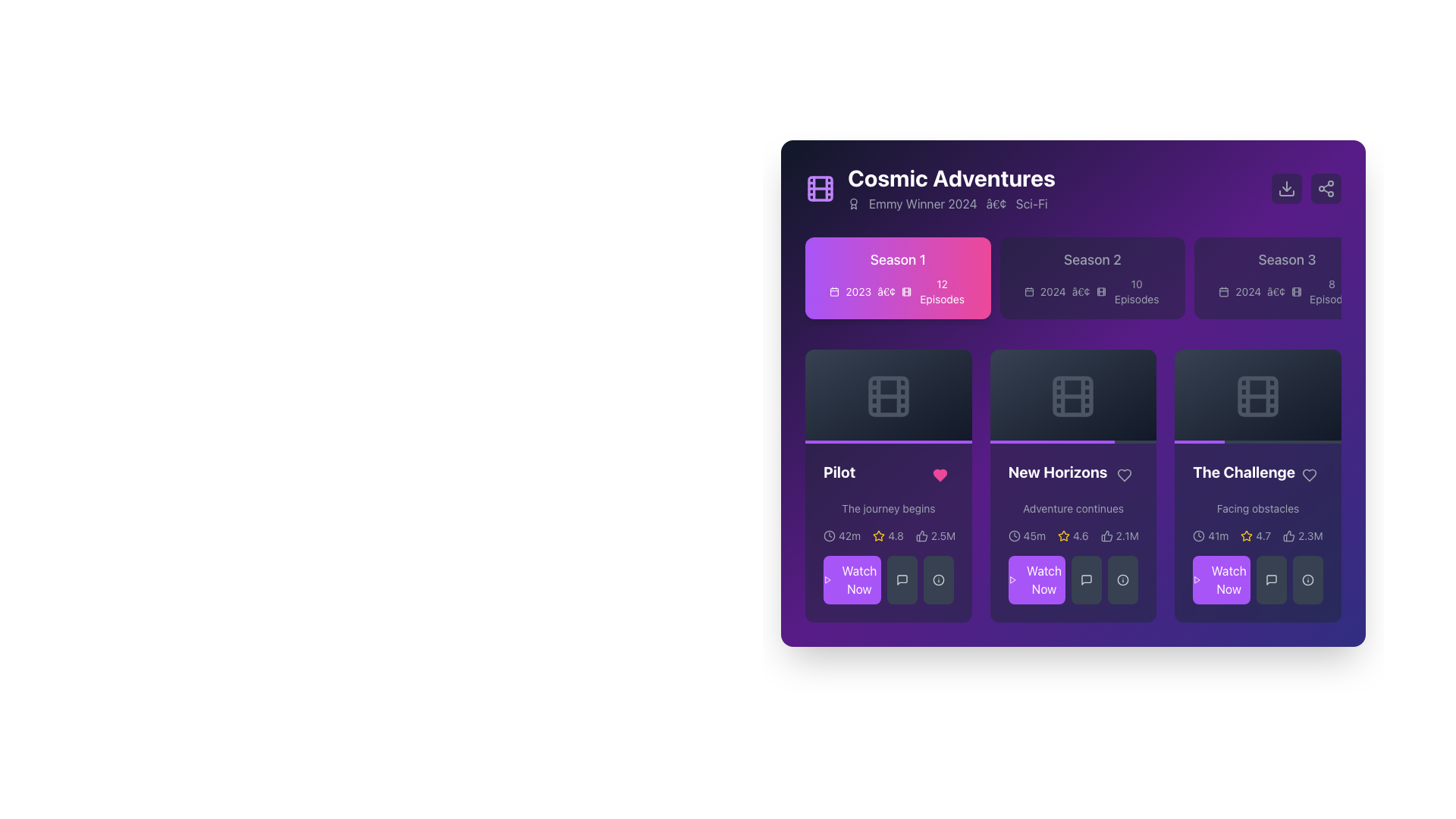 The height and width of the screenshot is (819, 1456). Describe the element at coordinates (1263, 535) in the screenshot. I see `the numeric display showing the rating for 'The Challenge', located to the right of the yellow star icon` at that location.